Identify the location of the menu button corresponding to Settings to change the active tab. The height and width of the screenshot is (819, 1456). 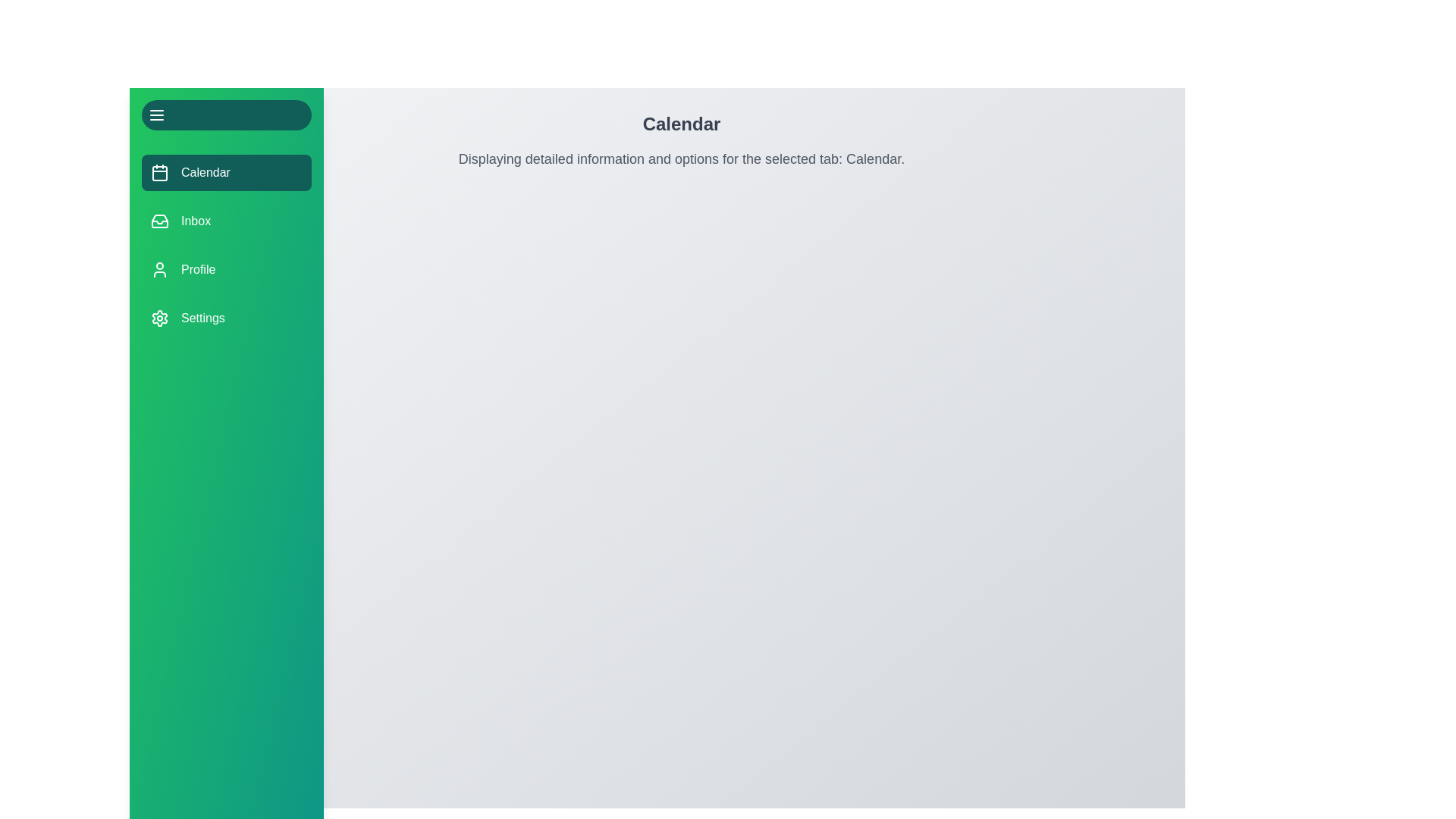
(225, 318).